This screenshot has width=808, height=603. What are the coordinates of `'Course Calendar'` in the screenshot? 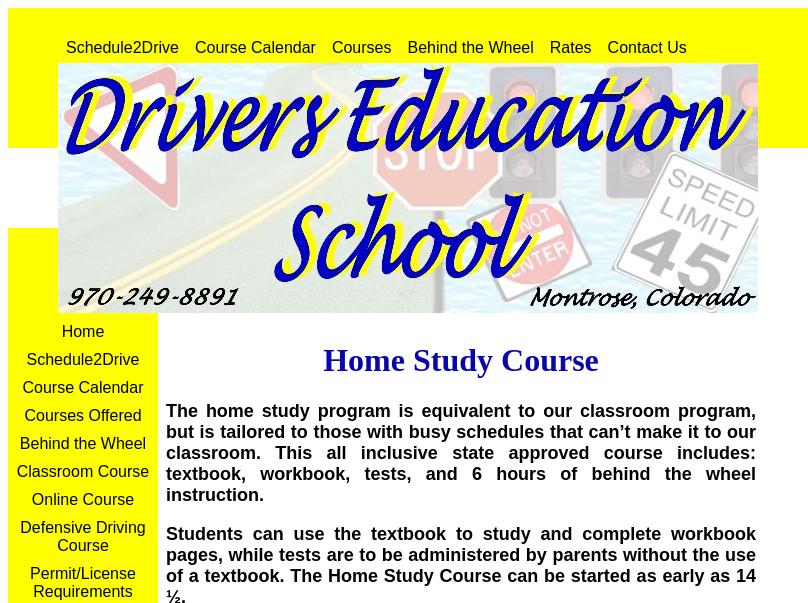 It's located at (82, 387).